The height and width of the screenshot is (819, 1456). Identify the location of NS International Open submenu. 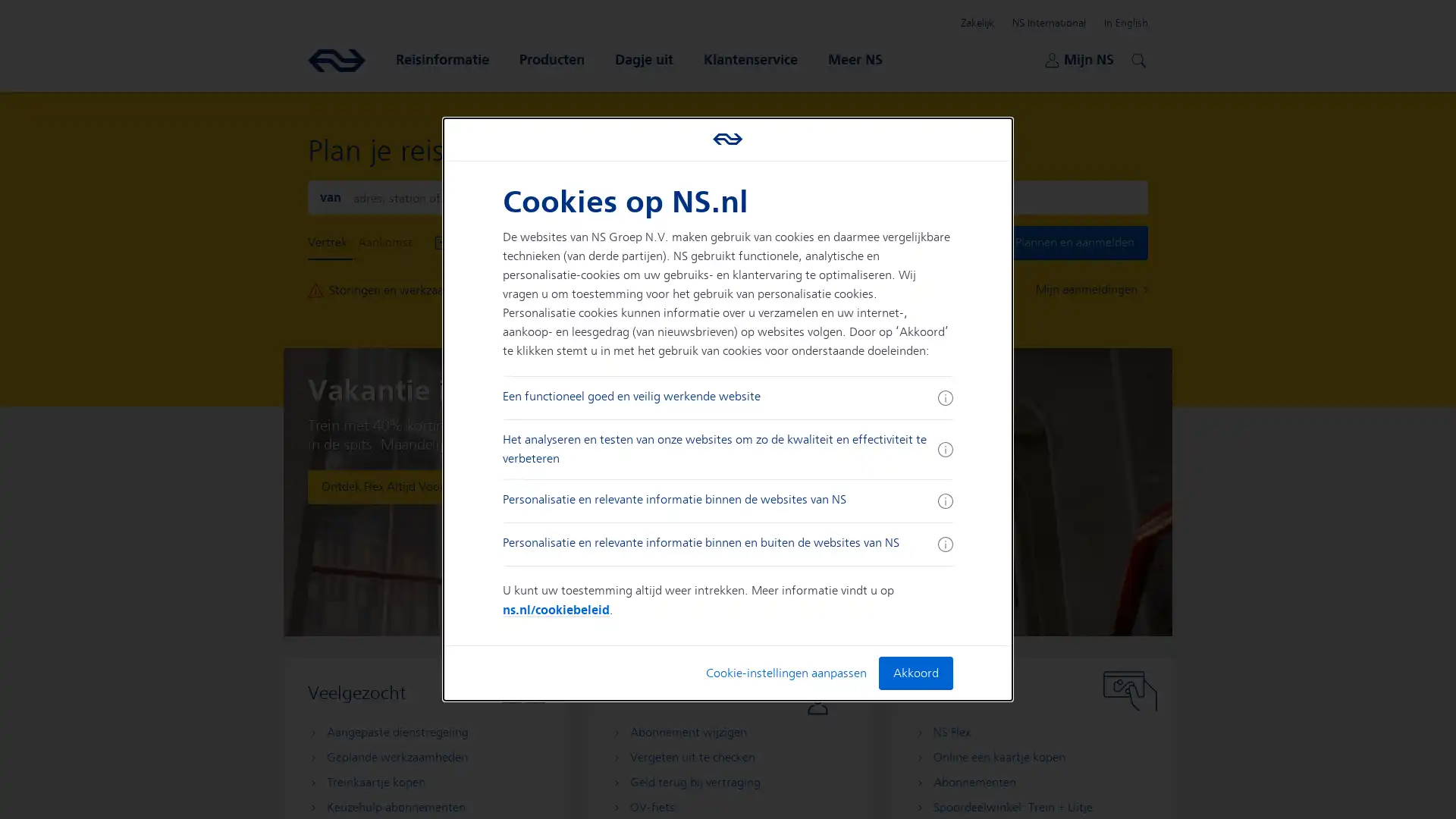
(1048, 23).